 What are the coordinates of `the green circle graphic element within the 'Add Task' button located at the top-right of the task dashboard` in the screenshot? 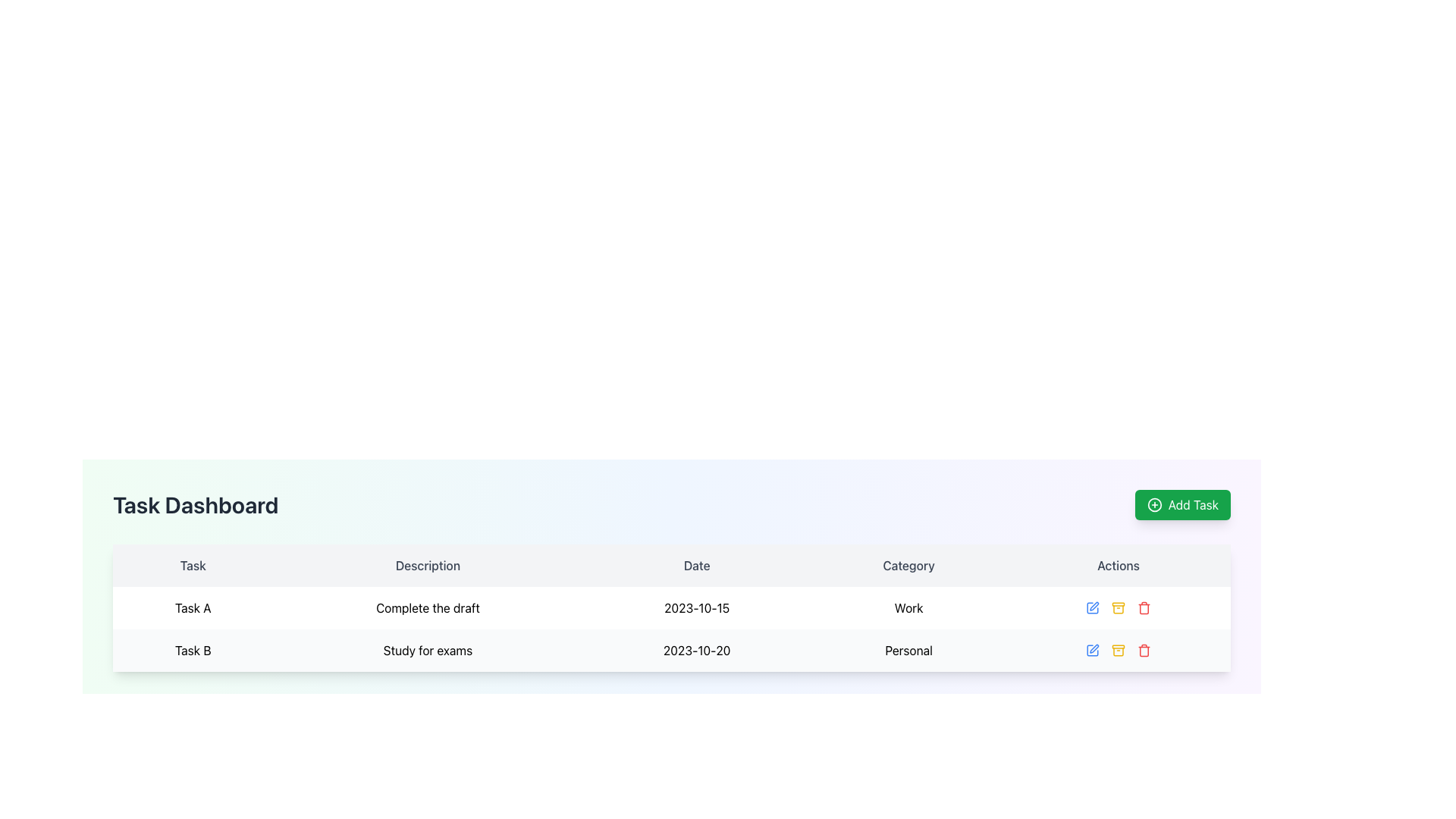 It's located at (1153, 505).